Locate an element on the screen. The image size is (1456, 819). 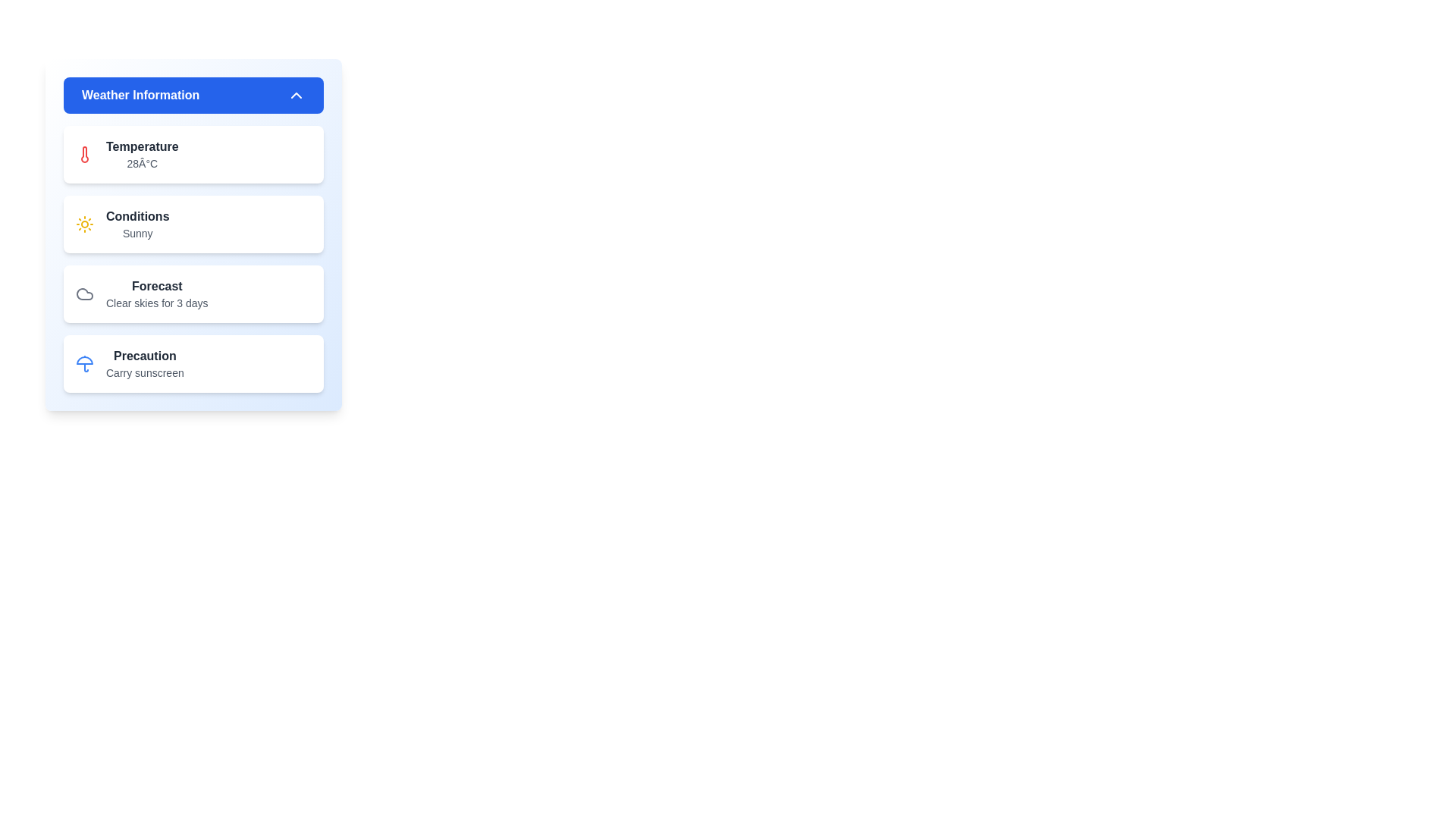
the 'Precaution' header text, which indicates content related to precautions, positioned at the top of its card above the 'Carry sunscreen' text is located at coordinates (145, 356).